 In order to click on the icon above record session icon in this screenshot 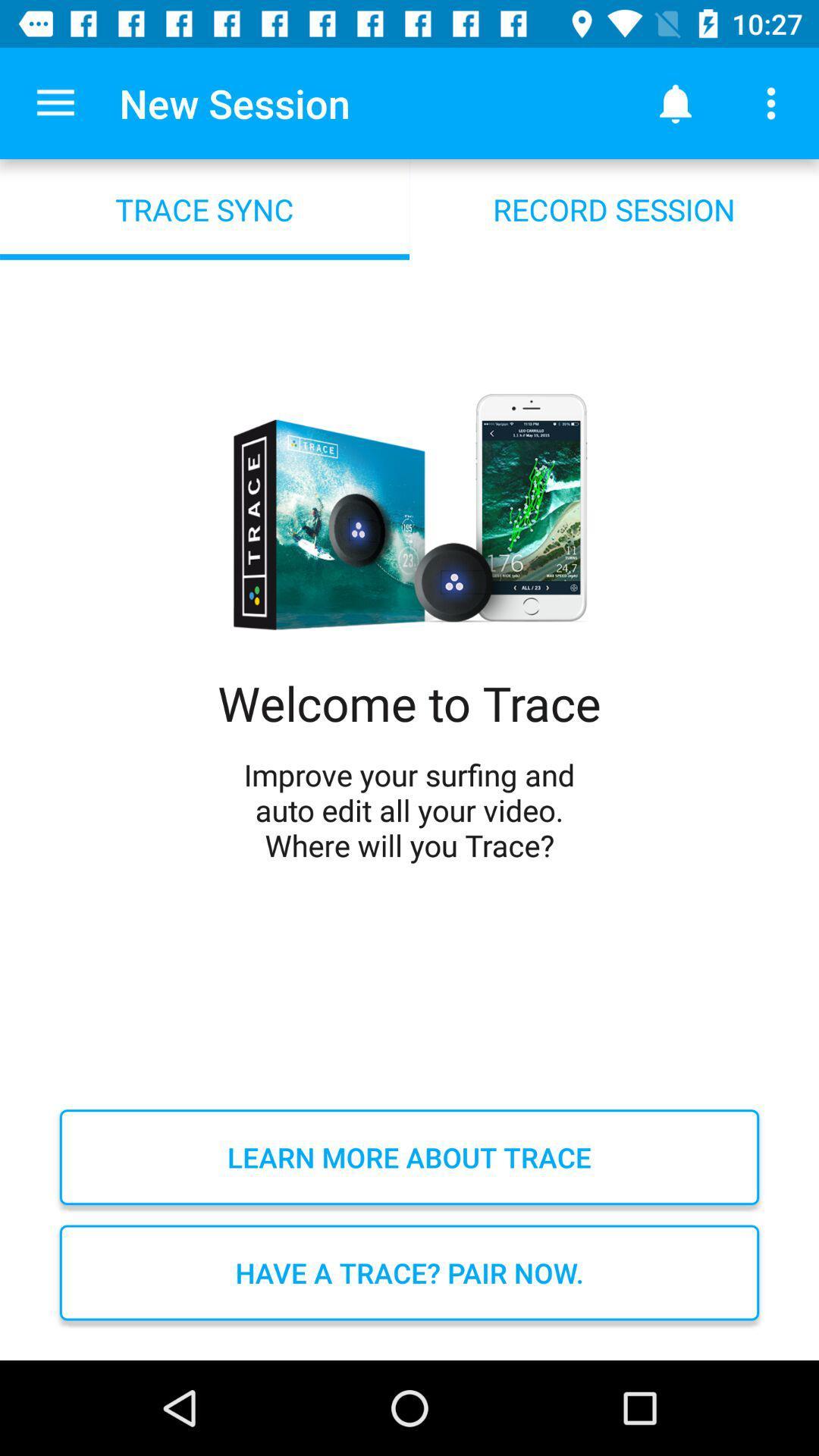, I will do `click(675, 102)`.